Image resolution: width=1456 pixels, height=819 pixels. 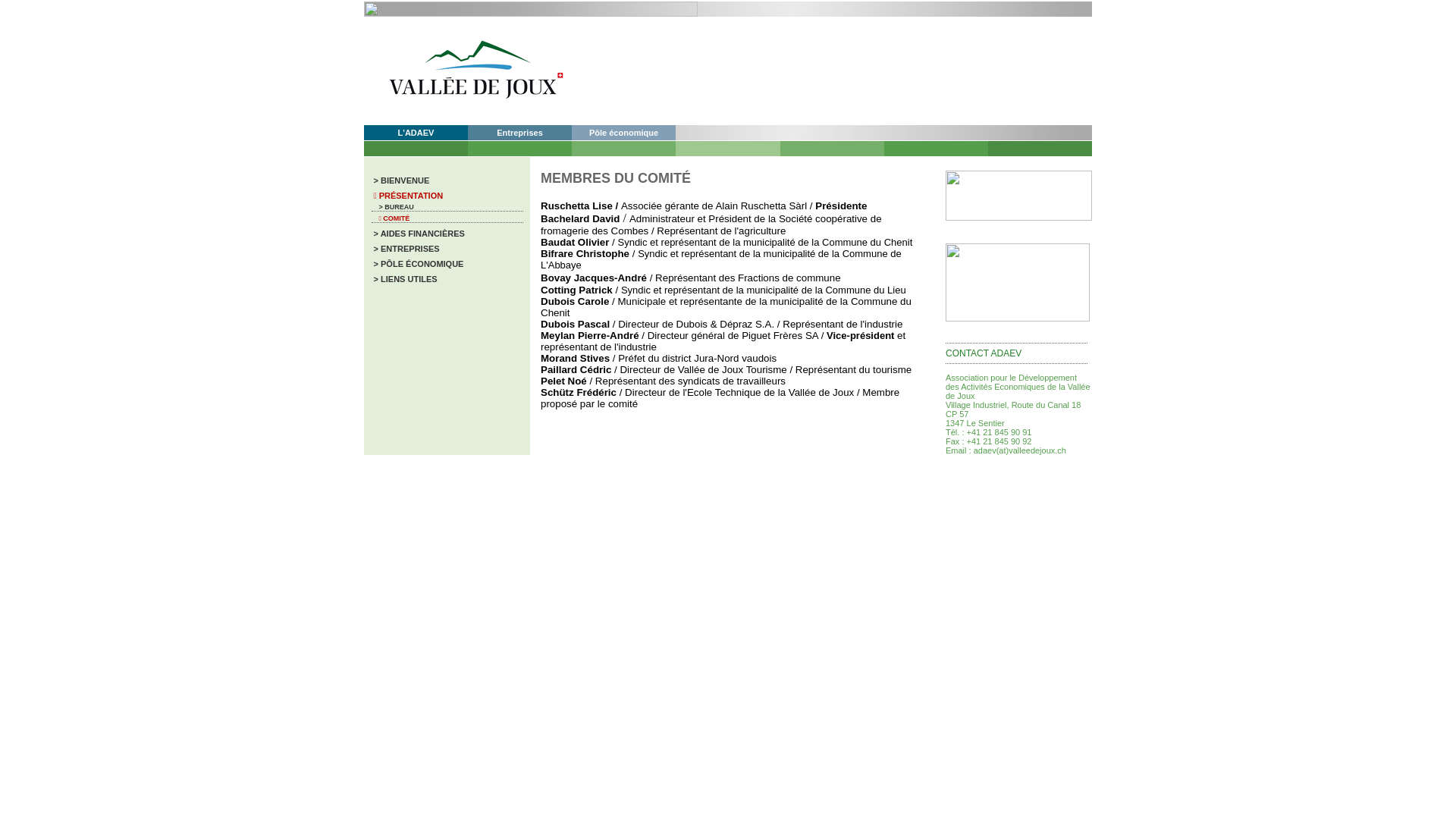 What do you see at coordinates (404, 278) in the screenshot?
I see `' > LIENS UTILES'` at bounding box center [404, 278].